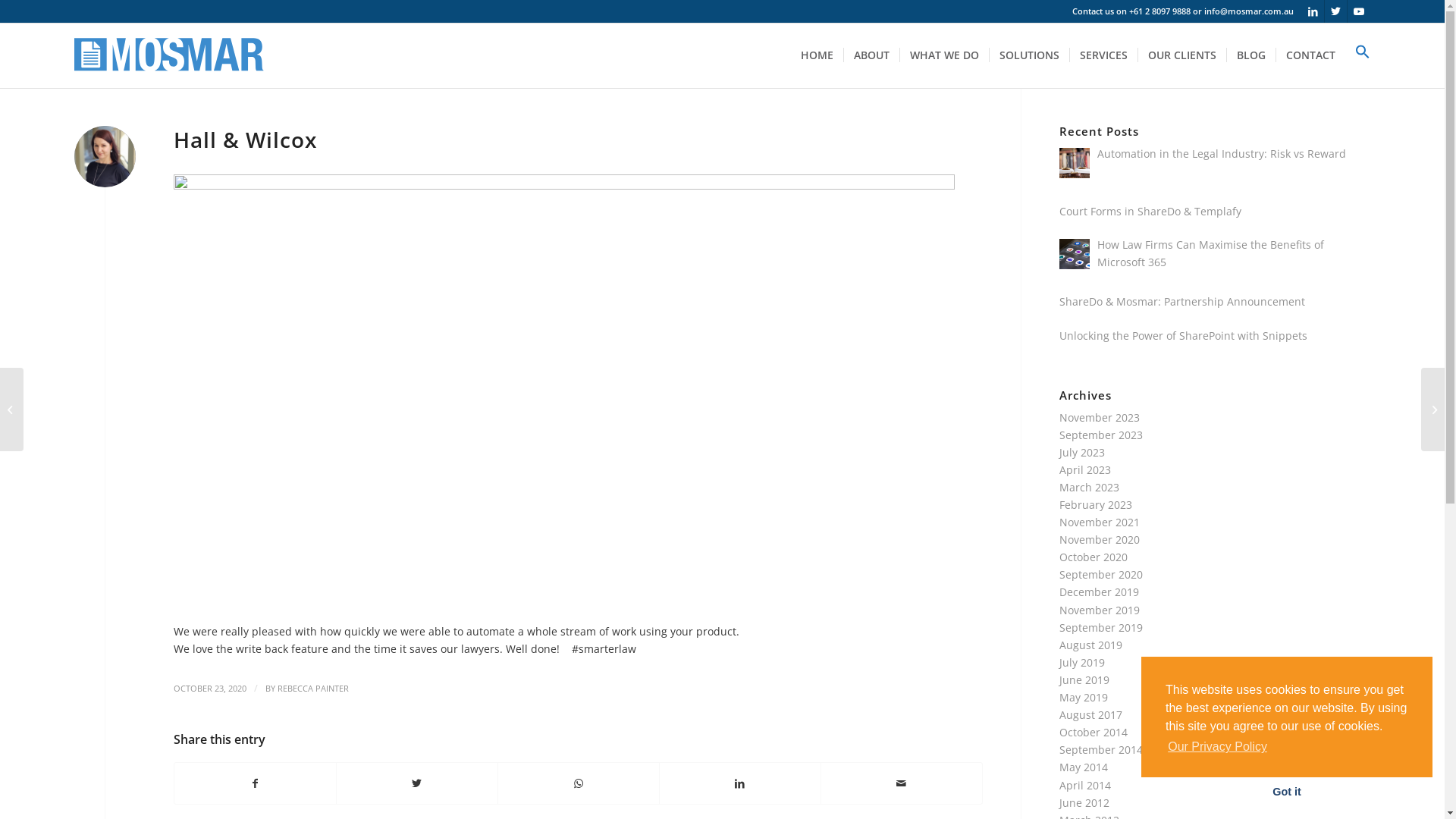 The image size is (1456, 819). What do you see at coordinates (1150, 211) in the screenshot?
I see `'Court Forms in ShareDo & Templafy'` at bounding box center [1150, 211].